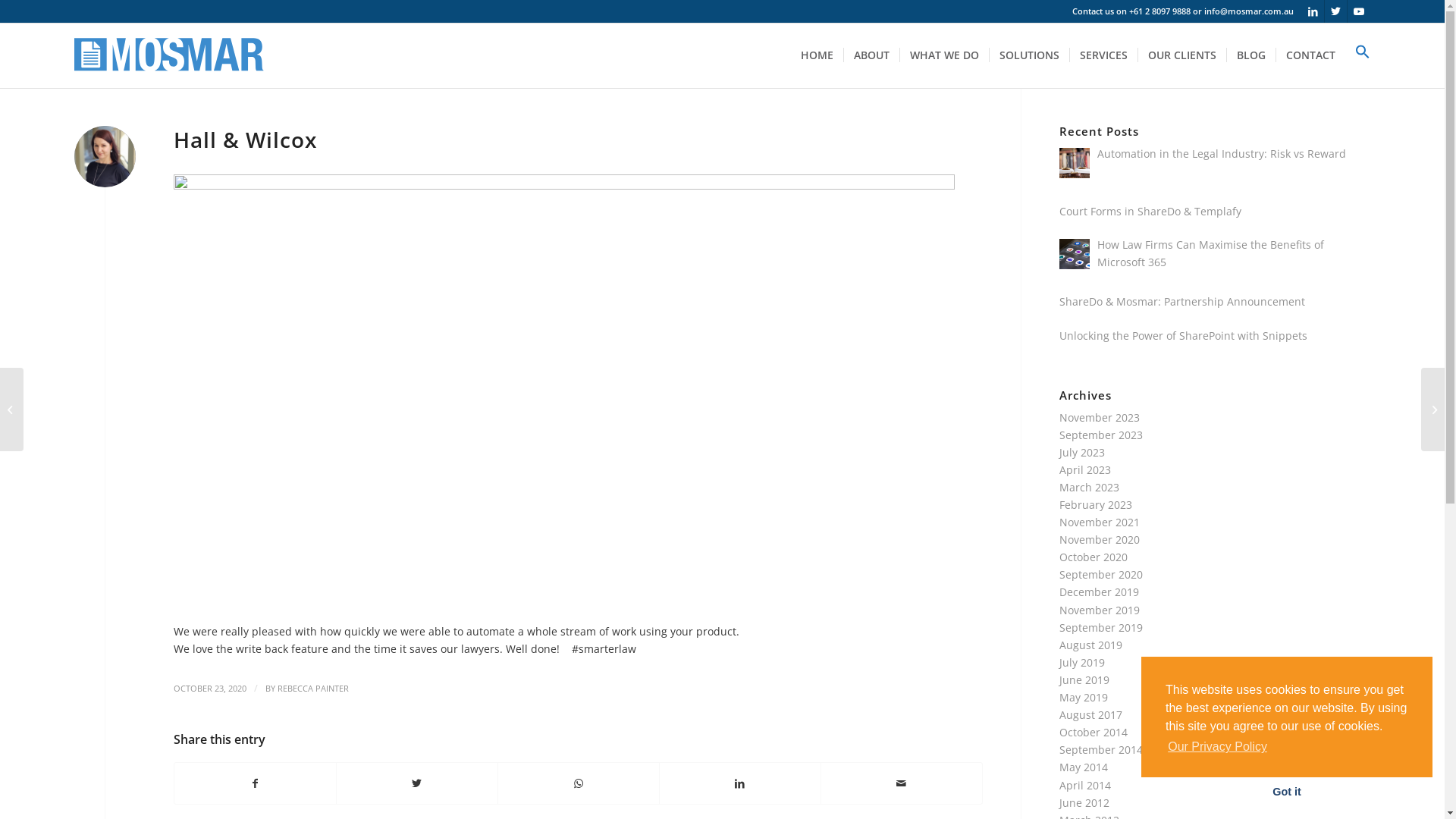 The image size is (1456, 819). What do you see at coordinates (1150, 211) in the screenshot?
I see `'Court Forms in ShareDo & Templafy'` at bounding box center [1150, 211].